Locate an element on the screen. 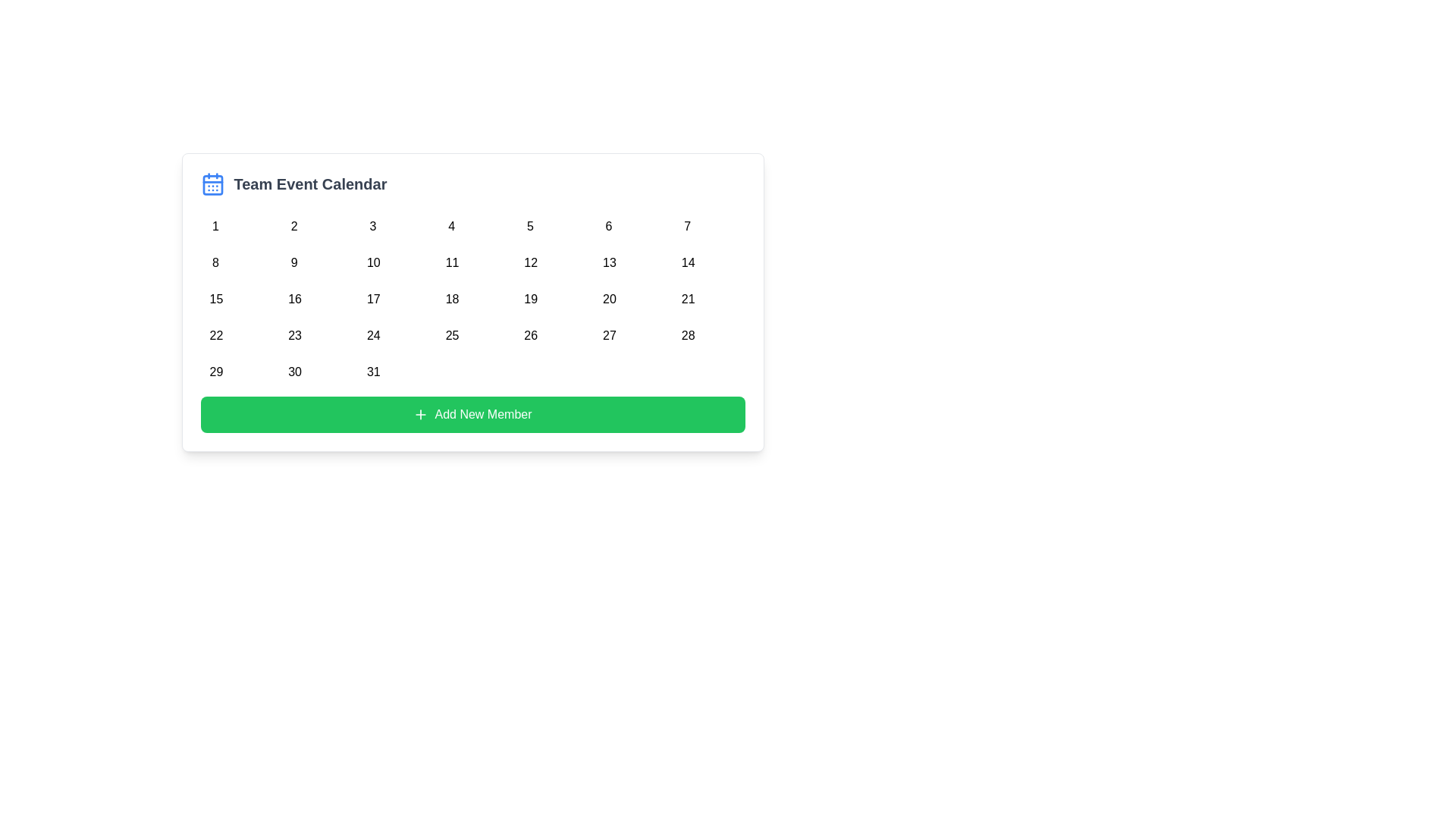 This screenshot has height=819, width=1456. the button displaying the number '30' with a rounded border and white background, located in the last row of the grid under 'Team Event Calendar' is located at coordinates (294, 369).